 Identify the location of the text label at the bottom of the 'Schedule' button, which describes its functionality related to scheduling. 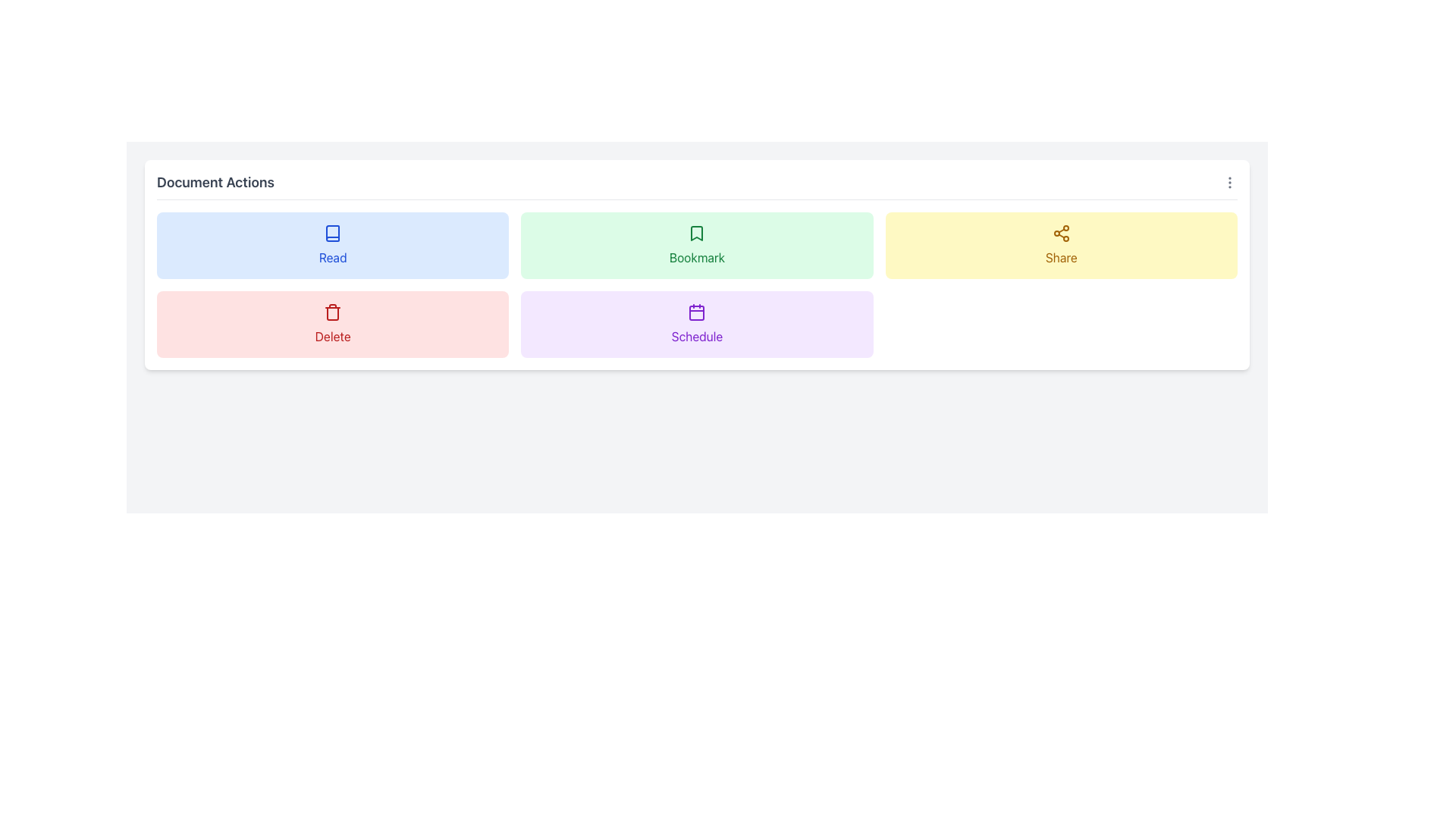
(696, 335).